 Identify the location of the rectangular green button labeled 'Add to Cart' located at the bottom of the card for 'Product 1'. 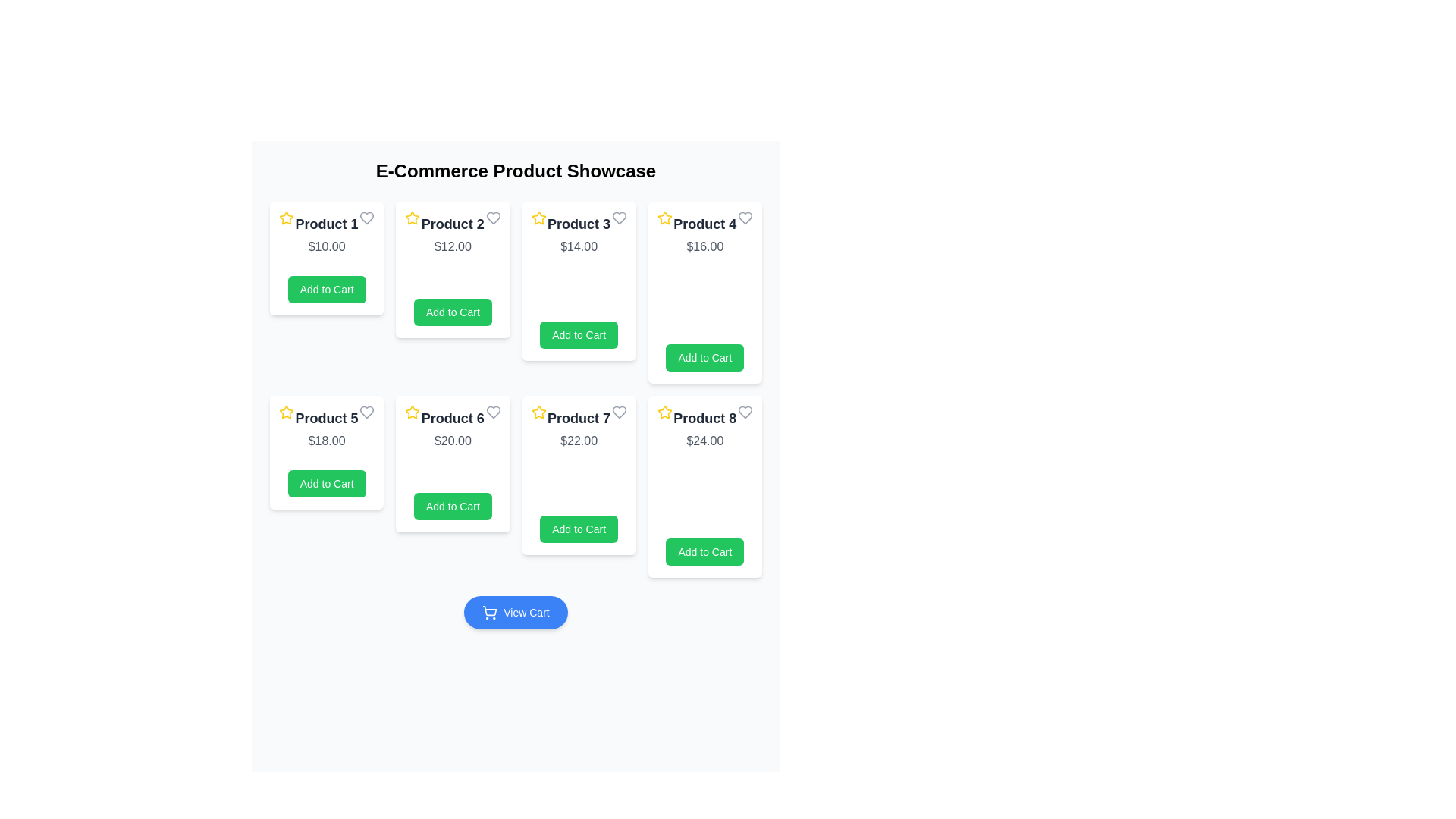
(326, 289).